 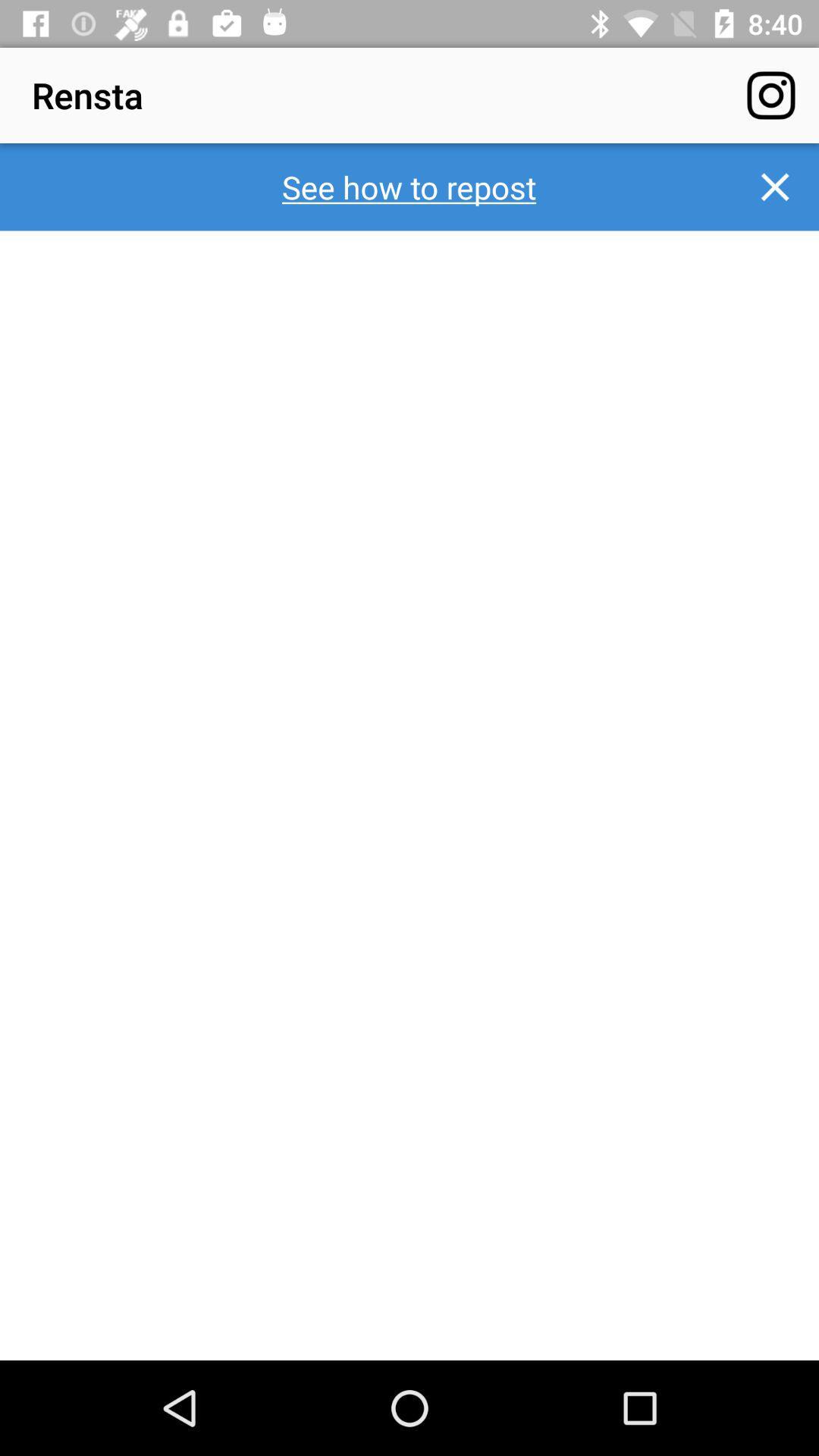 I want to click on the see how to item, so click(x=408, y=186).